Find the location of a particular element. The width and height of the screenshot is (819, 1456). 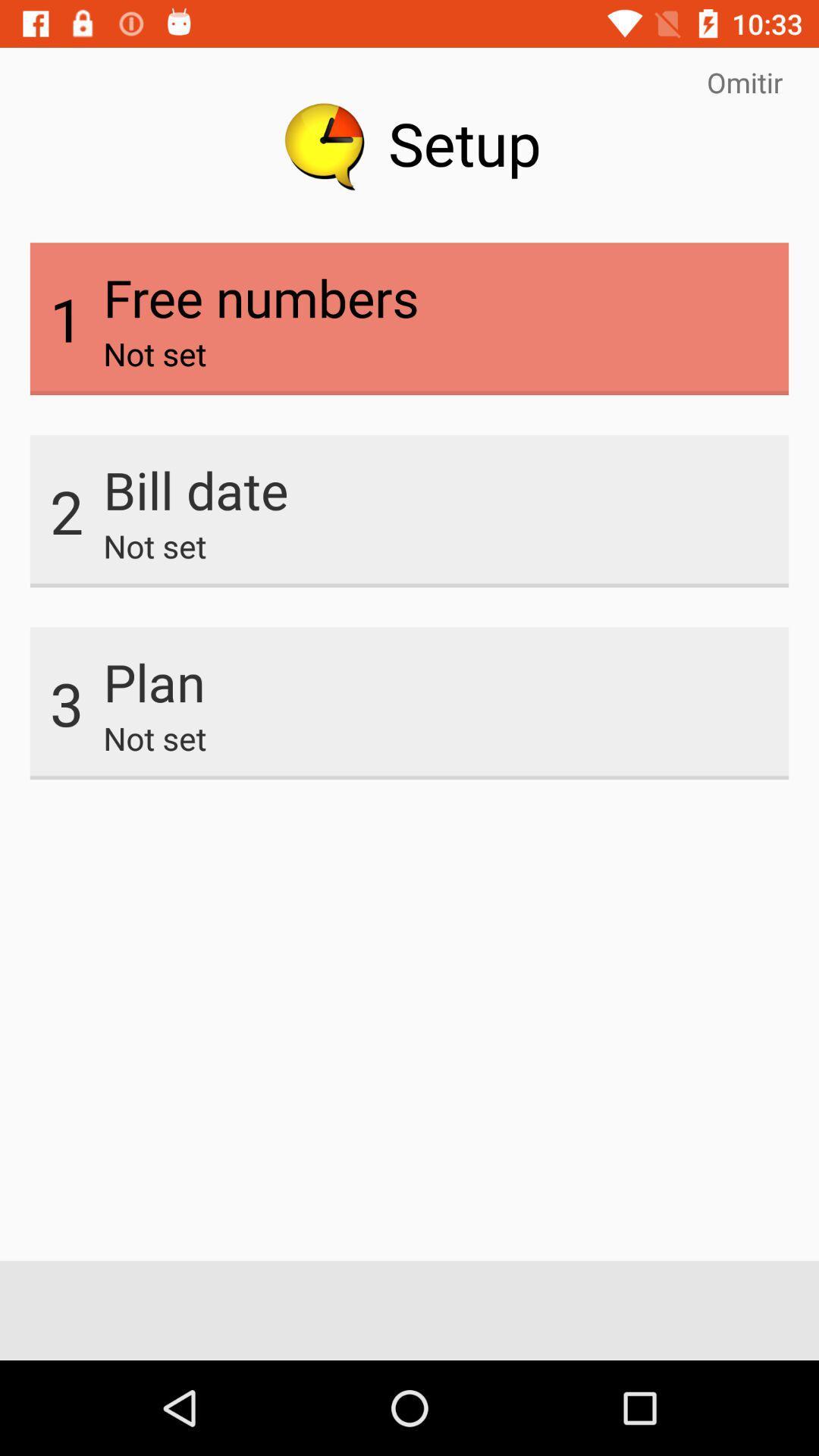

the icon above free numbers icon is located at coordinates (744, 81).